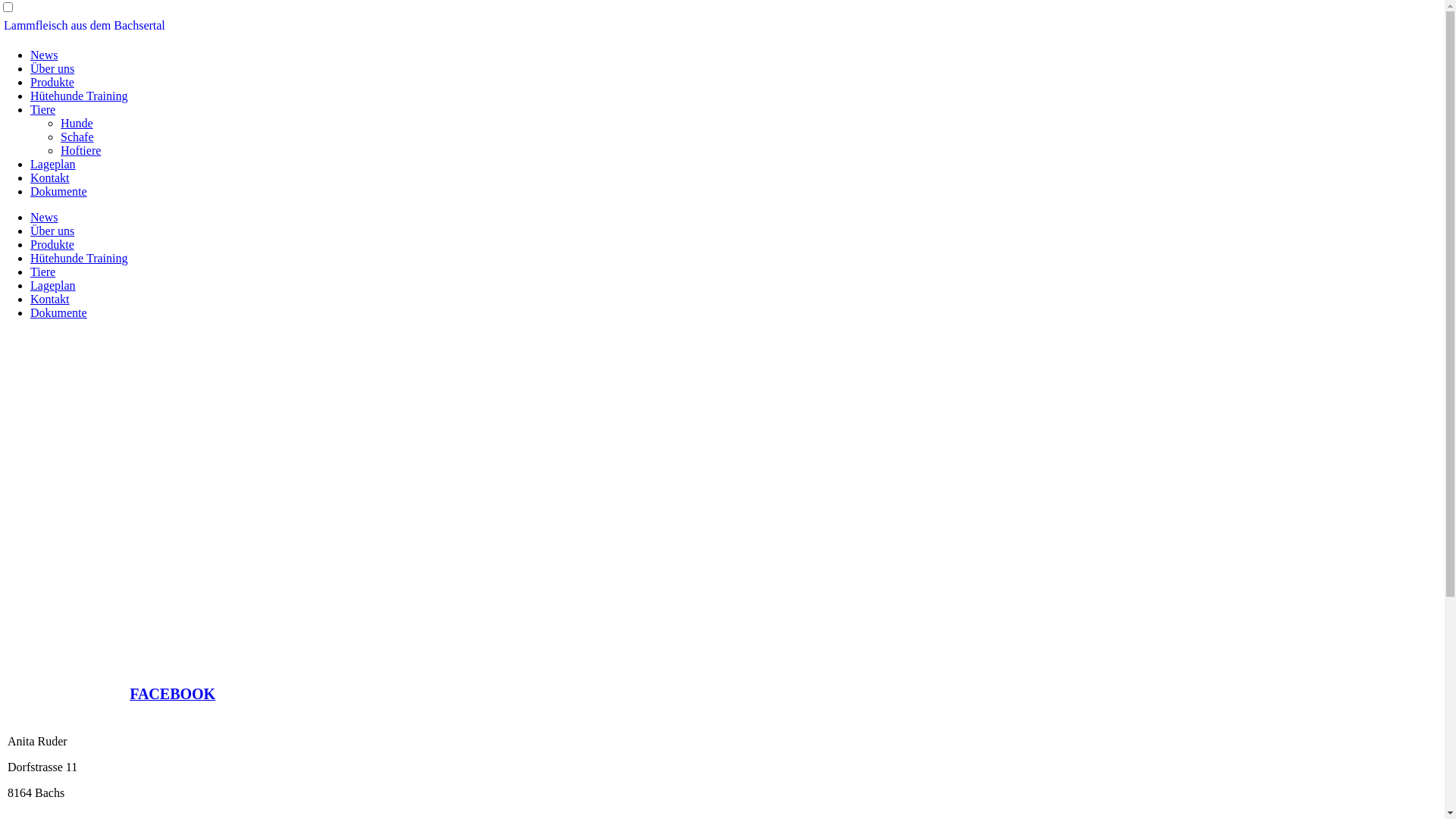 Image resolution: width=1456 pixels, height=819 pixels. What do you see at coordinates (80, 150) in the screenshot?
I see `'Hoftiere'` at bounding box center [80, 150].